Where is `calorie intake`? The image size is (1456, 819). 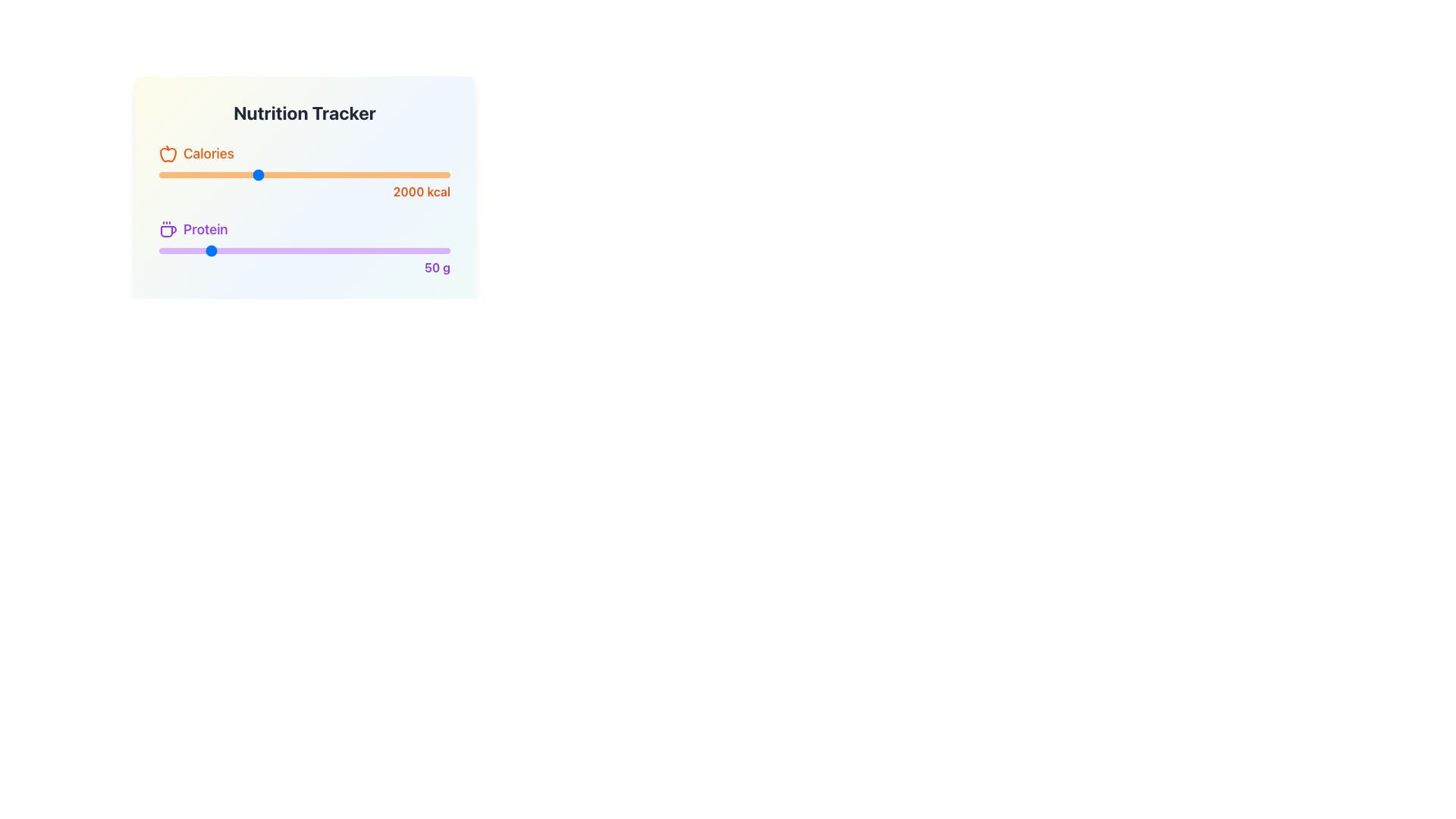 calorie intake is located at coordinates (237, 171).